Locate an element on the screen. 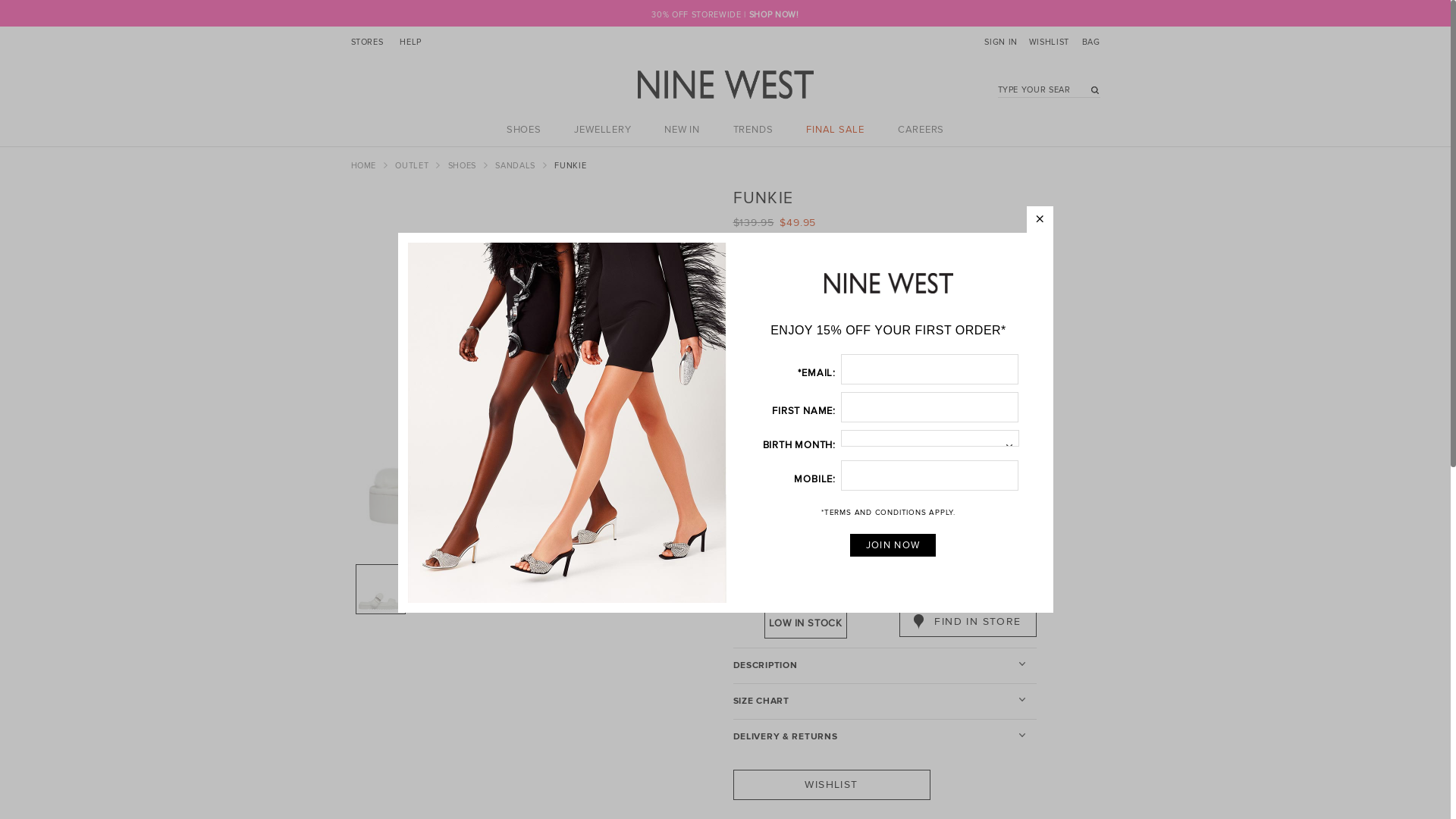 The width and height of the screenshot is (1456, 819). 'WISHLIST' is located at coordinates (1046, 42).